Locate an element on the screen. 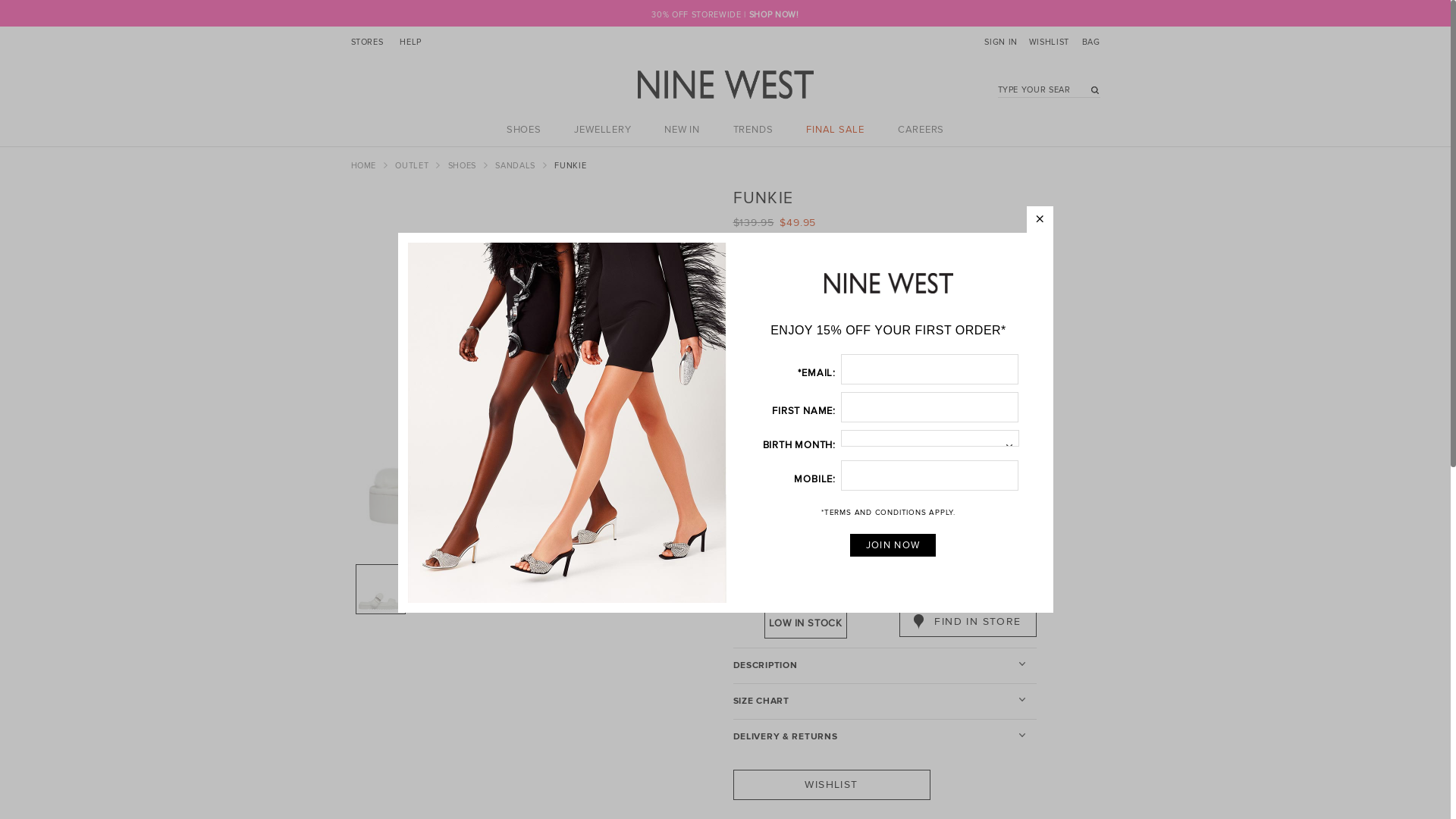 The width and height of the screenshot is (1456, 819). 'WISHLIST' is located at coordinates (1046, 42).